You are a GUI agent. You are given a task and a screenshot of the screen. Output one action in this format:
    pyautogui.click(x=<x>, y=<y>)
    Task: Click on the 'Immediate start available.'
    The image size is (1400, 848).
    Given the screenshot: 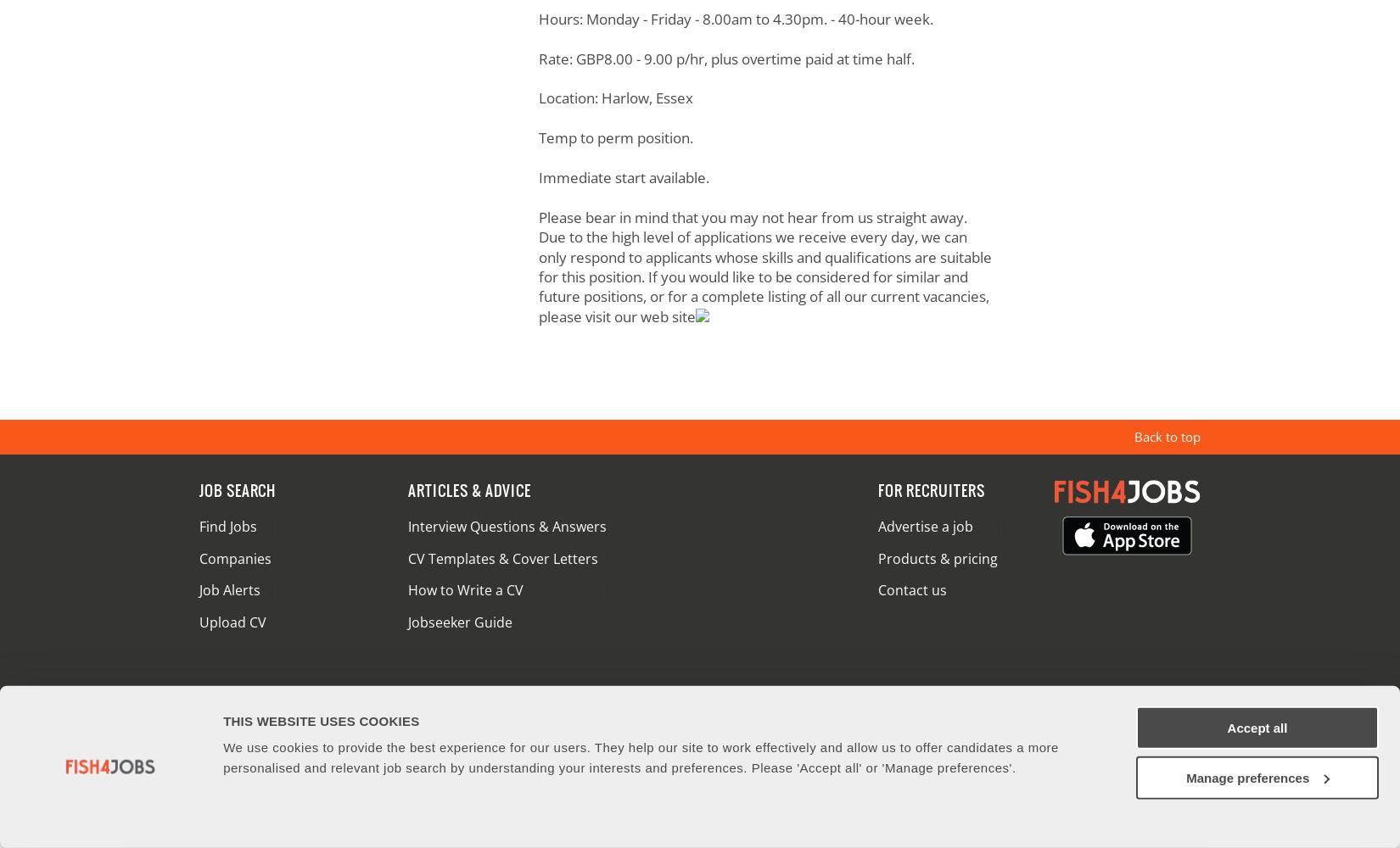 What is the action you would take?
    pyautogui.click(x=622, y=176)
    